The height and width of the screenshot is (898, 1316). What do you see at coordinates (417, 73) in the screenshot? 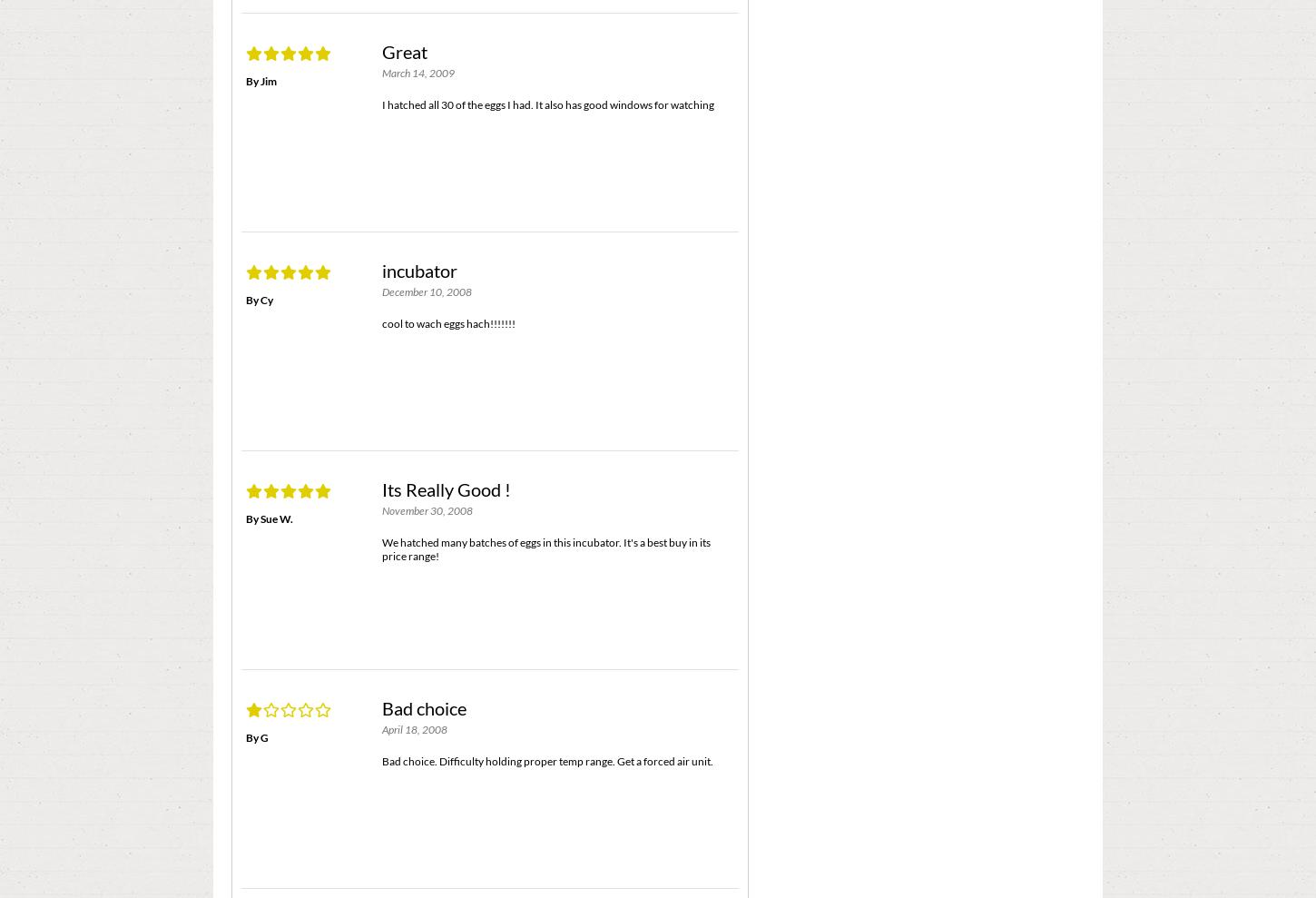
I see `'March 14, 2009'` at bounding box center [417, 73].